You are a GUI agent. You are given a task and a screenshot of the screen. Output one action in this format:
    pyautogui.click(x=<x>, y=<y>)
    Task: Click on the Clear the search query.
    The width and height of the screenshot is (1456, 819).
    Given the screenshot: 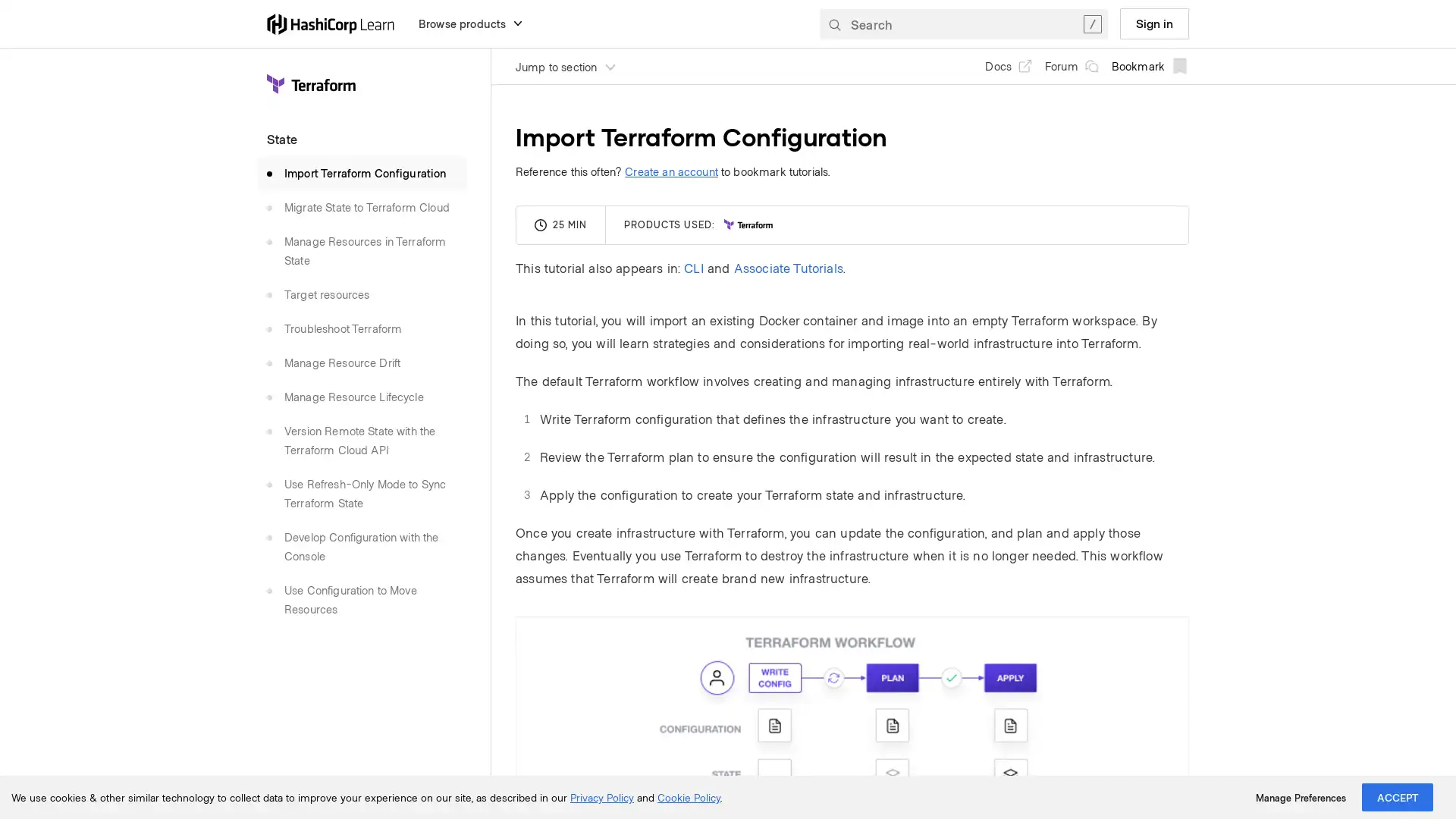 What is the action you would take?
    pyautogui.click(x=1092, y=23)
    